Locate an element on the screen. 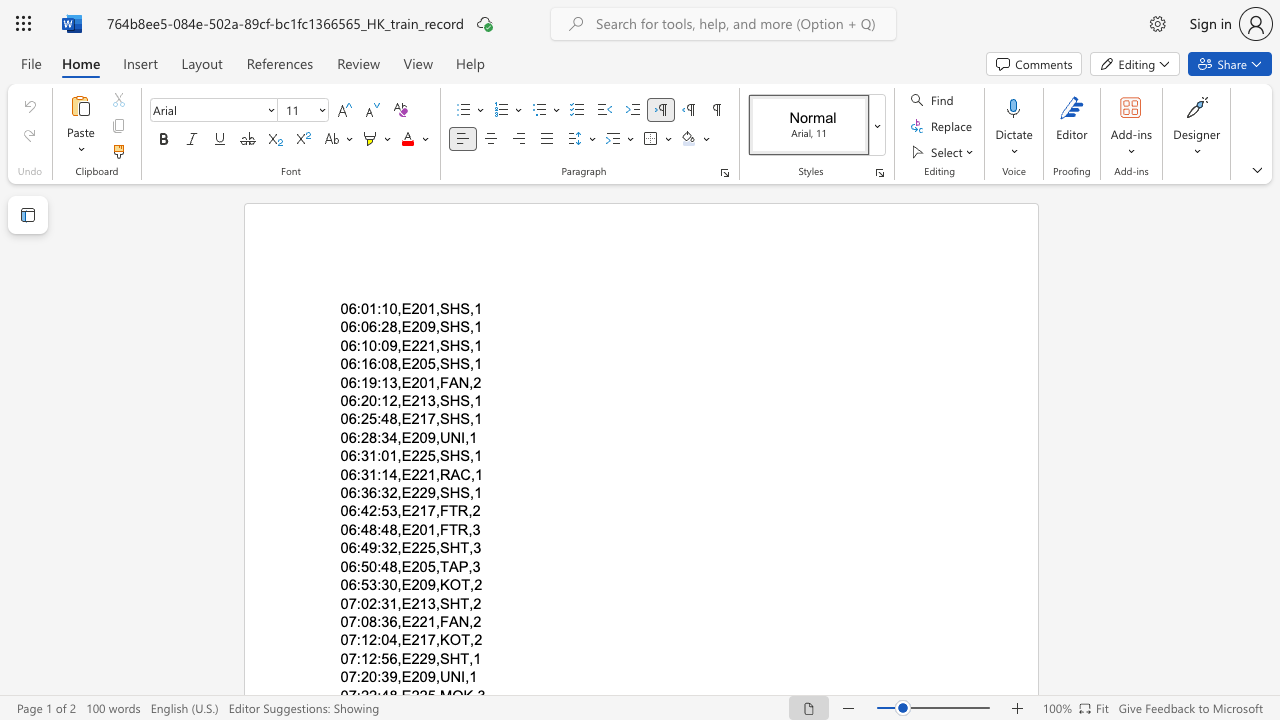 The height and width of the screenshot is (720, 1280). the space between the continuous character "S" and "H" in the text is located at coordinates (448, 418).